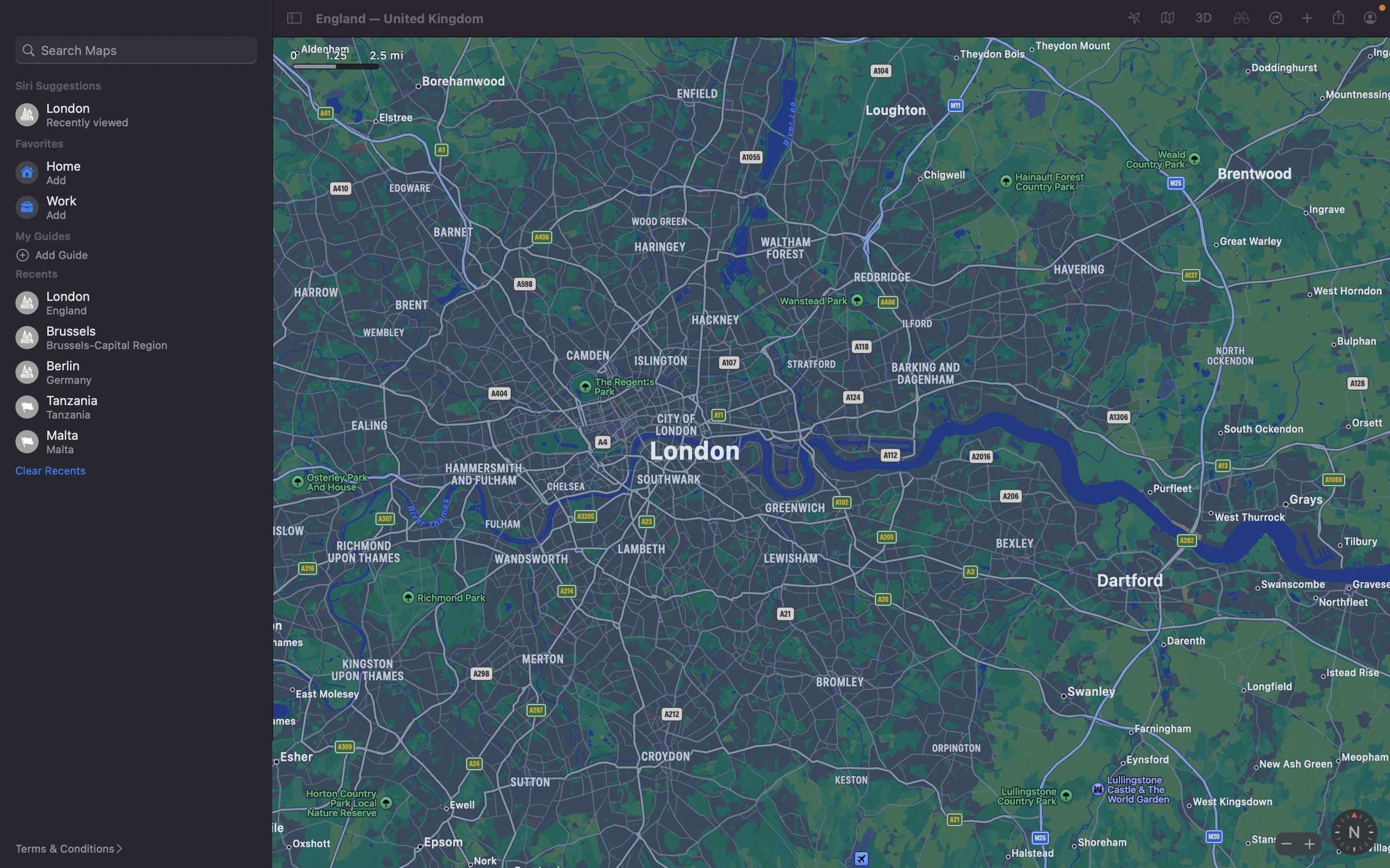  Describe the element at coordinates (139, 208) in the screenshot. I see `Incorporate a fresh work site` at that location.